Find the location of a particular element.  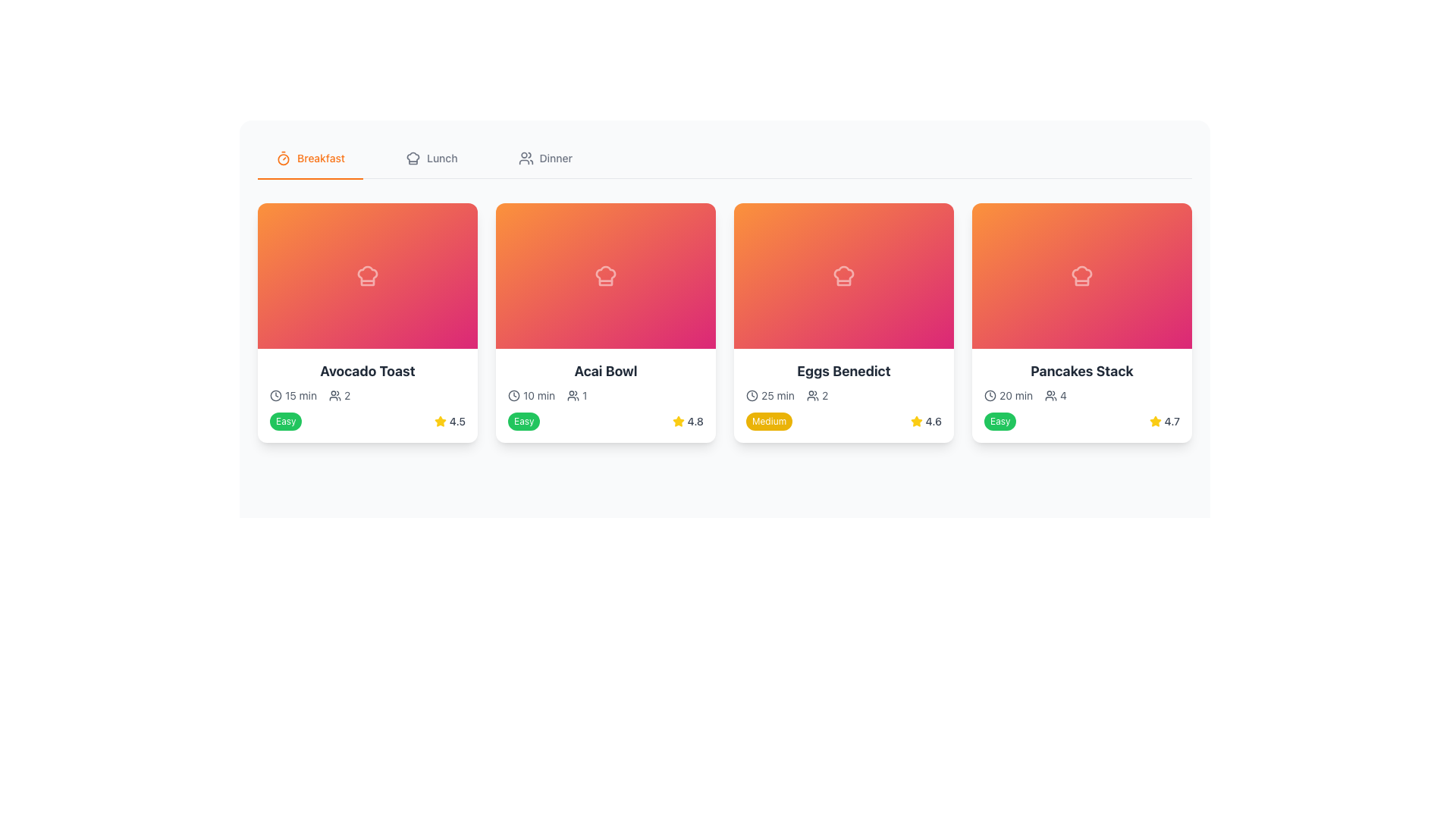

the informational label displaying the estimated preparation time ('20 min') and the number of servings ('4') located in the fourth card under the 'Breakfast' section, beneath the title 'Pancakes Stack' is located at coordinates (1081, 394).